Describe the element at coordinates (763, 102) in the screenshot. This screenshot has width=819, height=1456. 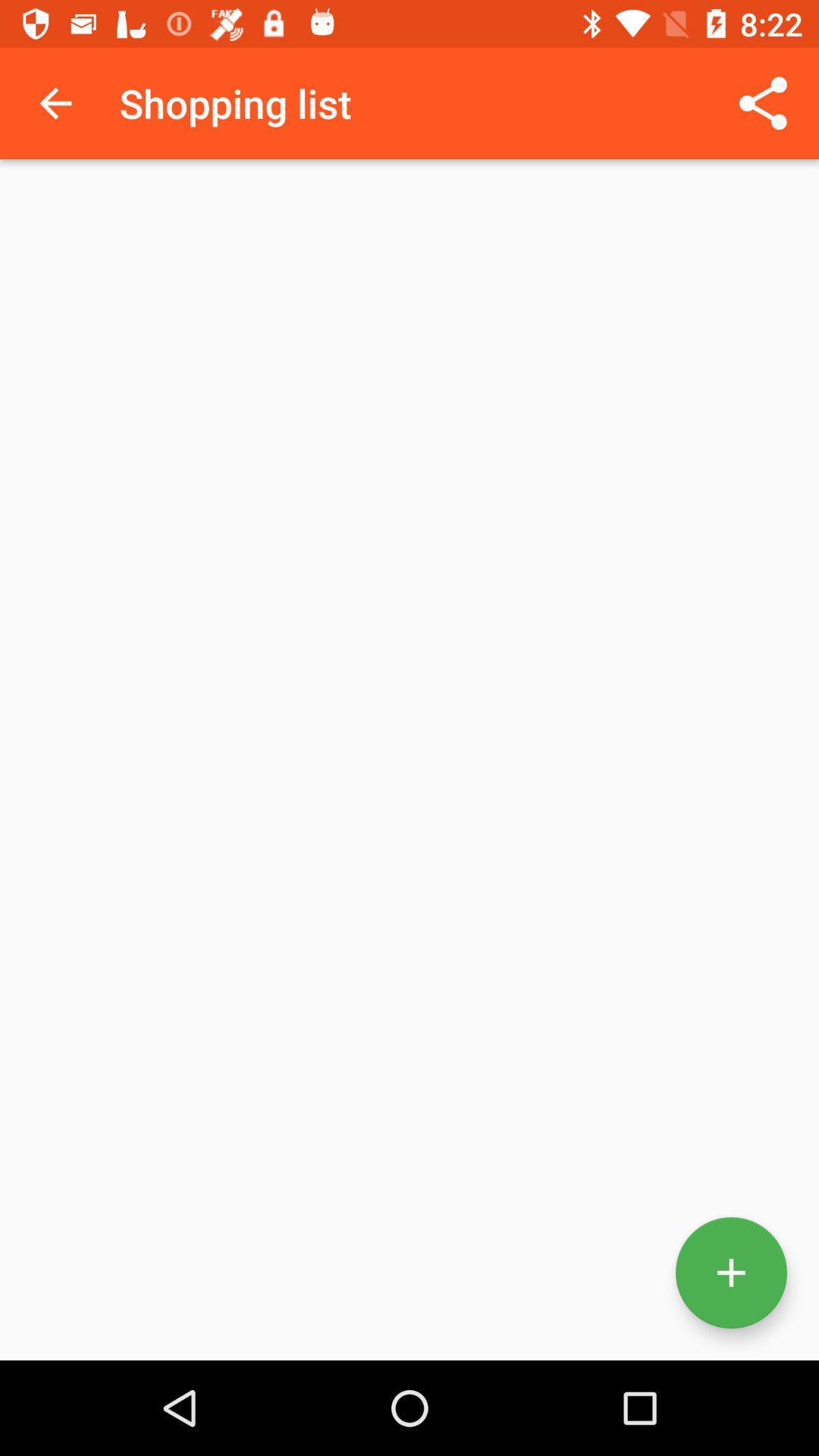
I see `item at the top right corner` at that location.